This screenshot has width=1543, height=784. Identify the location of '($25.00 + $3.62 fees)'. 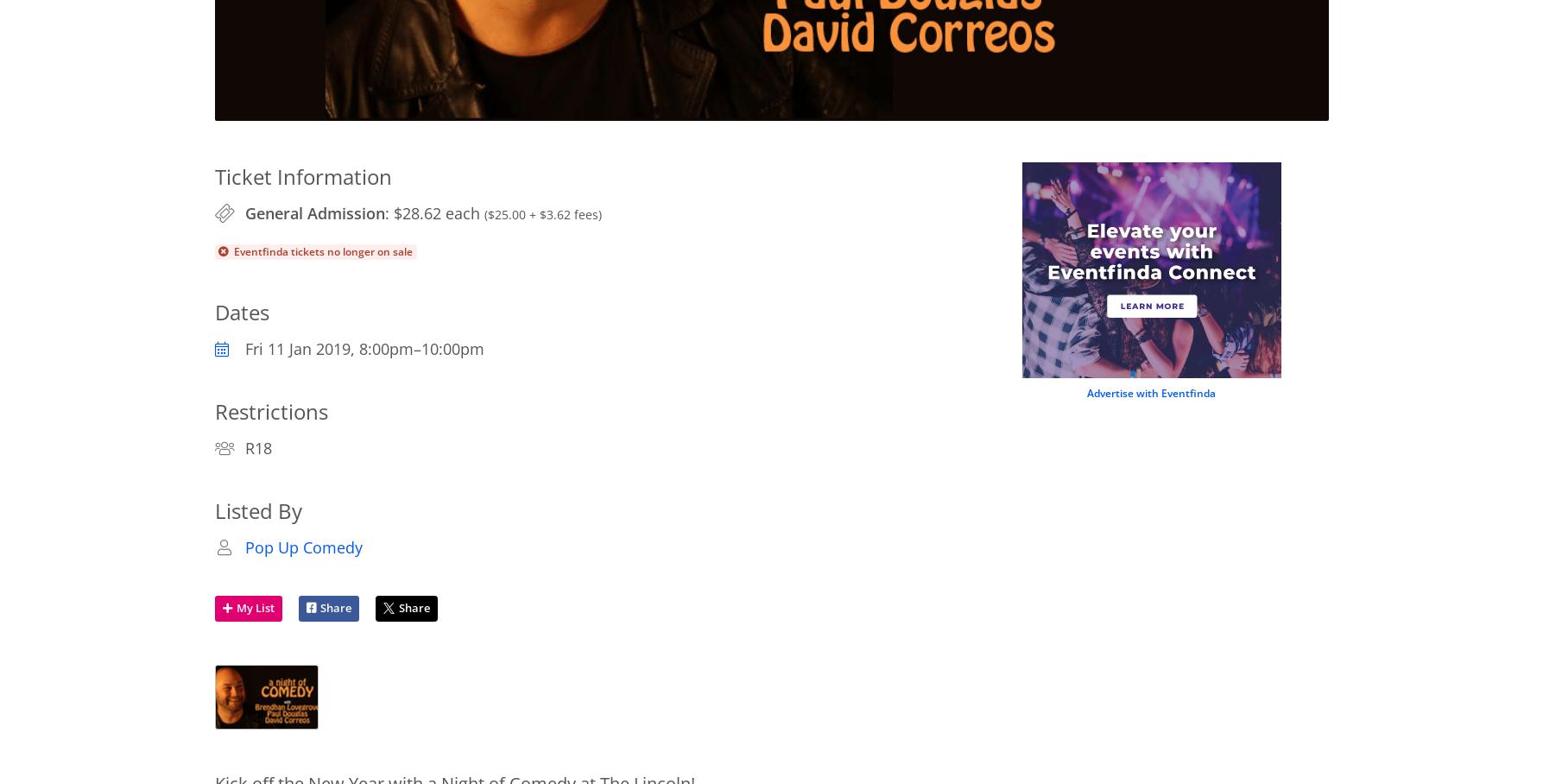
(541, 213).